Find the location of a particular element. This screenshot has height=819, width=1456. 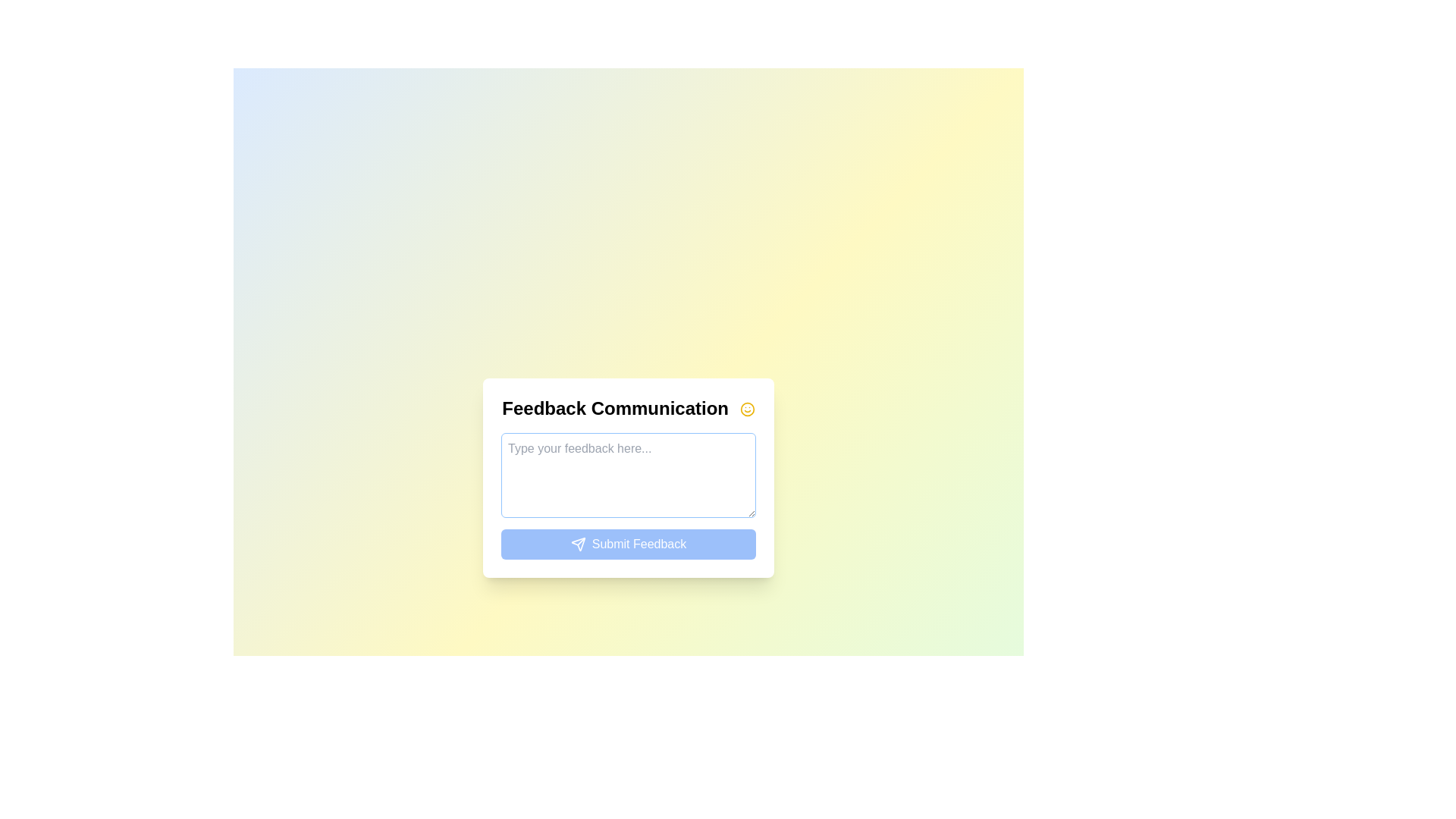

the triangular-shaped arrow icon inside the 'Submit Feedback' button, which is located on the left side of the button's text is located at coordinates (577, 543).